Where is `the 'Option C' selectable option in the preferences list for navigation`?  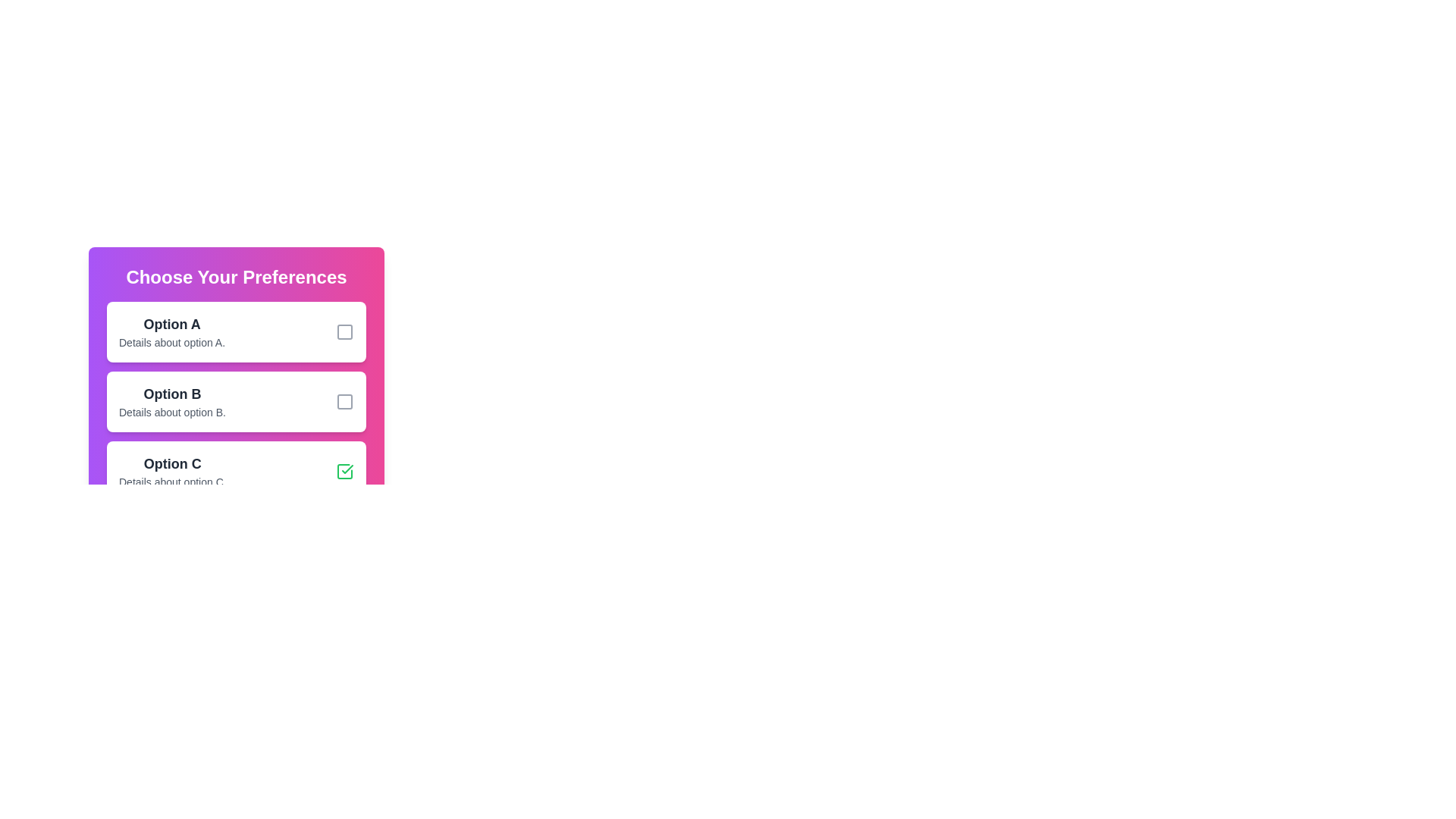
the 'Option C' selectable option in the preferences list for navigation is located at coordinates (236, 470).